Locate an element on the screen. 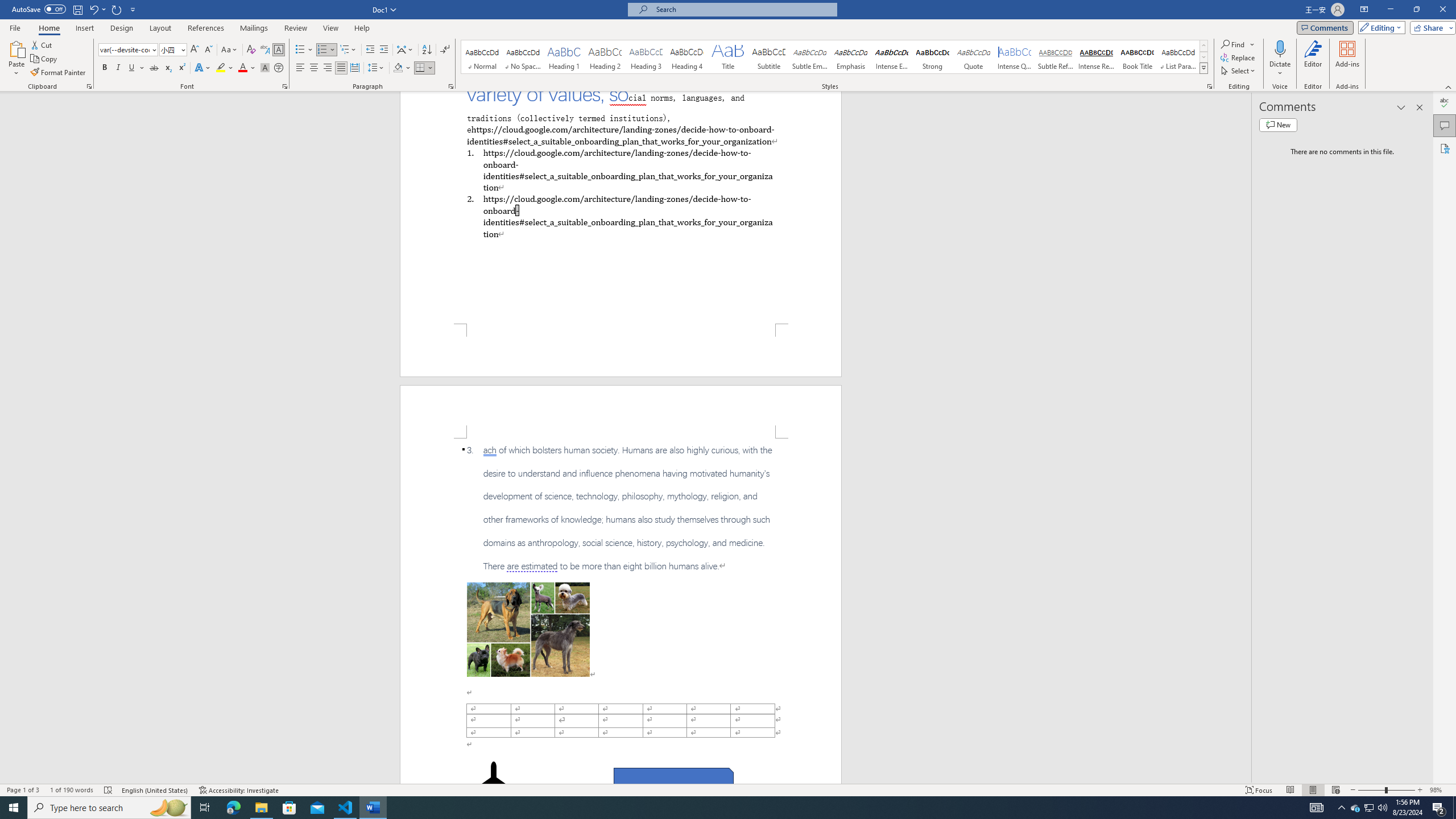  'AutomationID: QuickStylesGallery' is located at coordinates (834, 56).